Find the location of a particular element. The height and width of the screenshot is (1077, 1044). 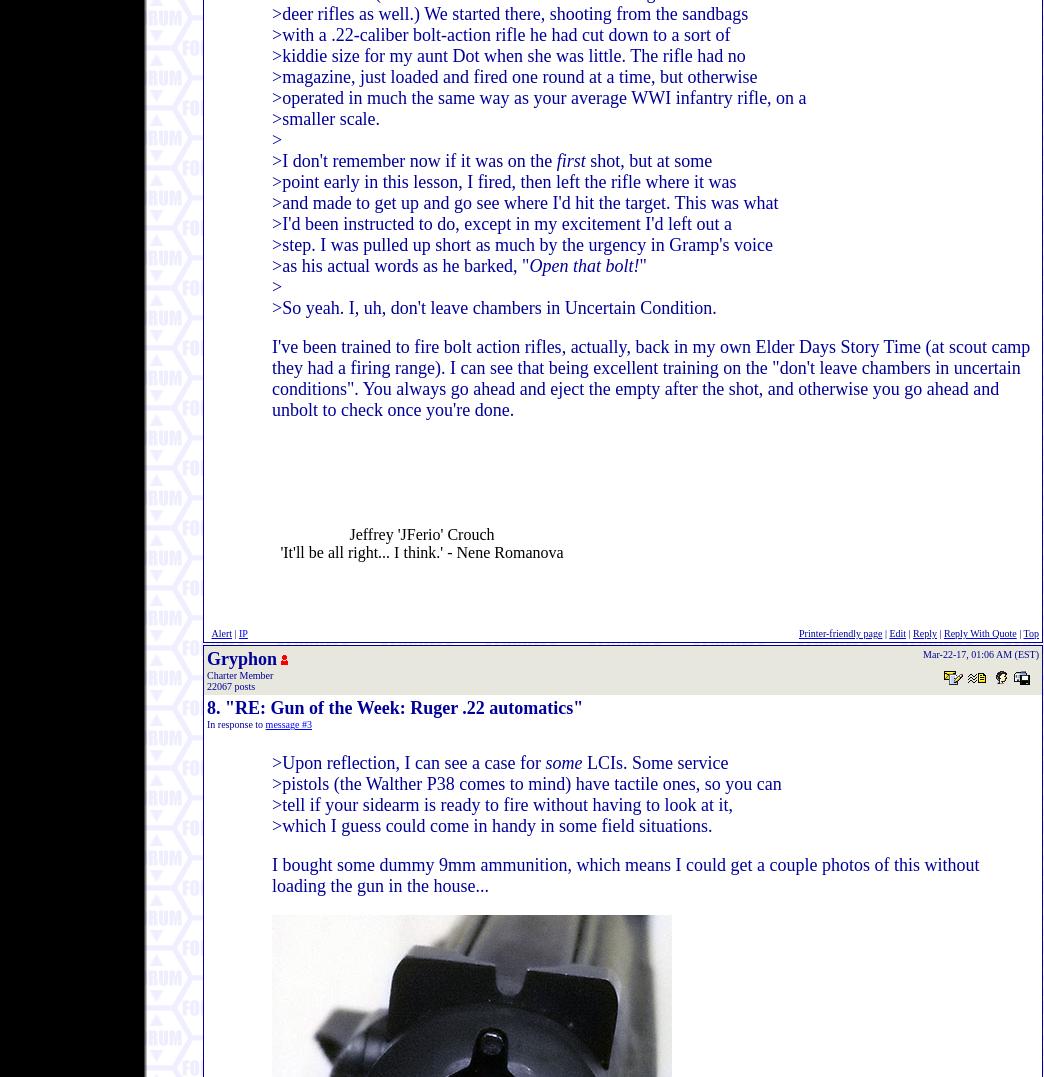

'22067 posts' is located at coordinates (231, 685).